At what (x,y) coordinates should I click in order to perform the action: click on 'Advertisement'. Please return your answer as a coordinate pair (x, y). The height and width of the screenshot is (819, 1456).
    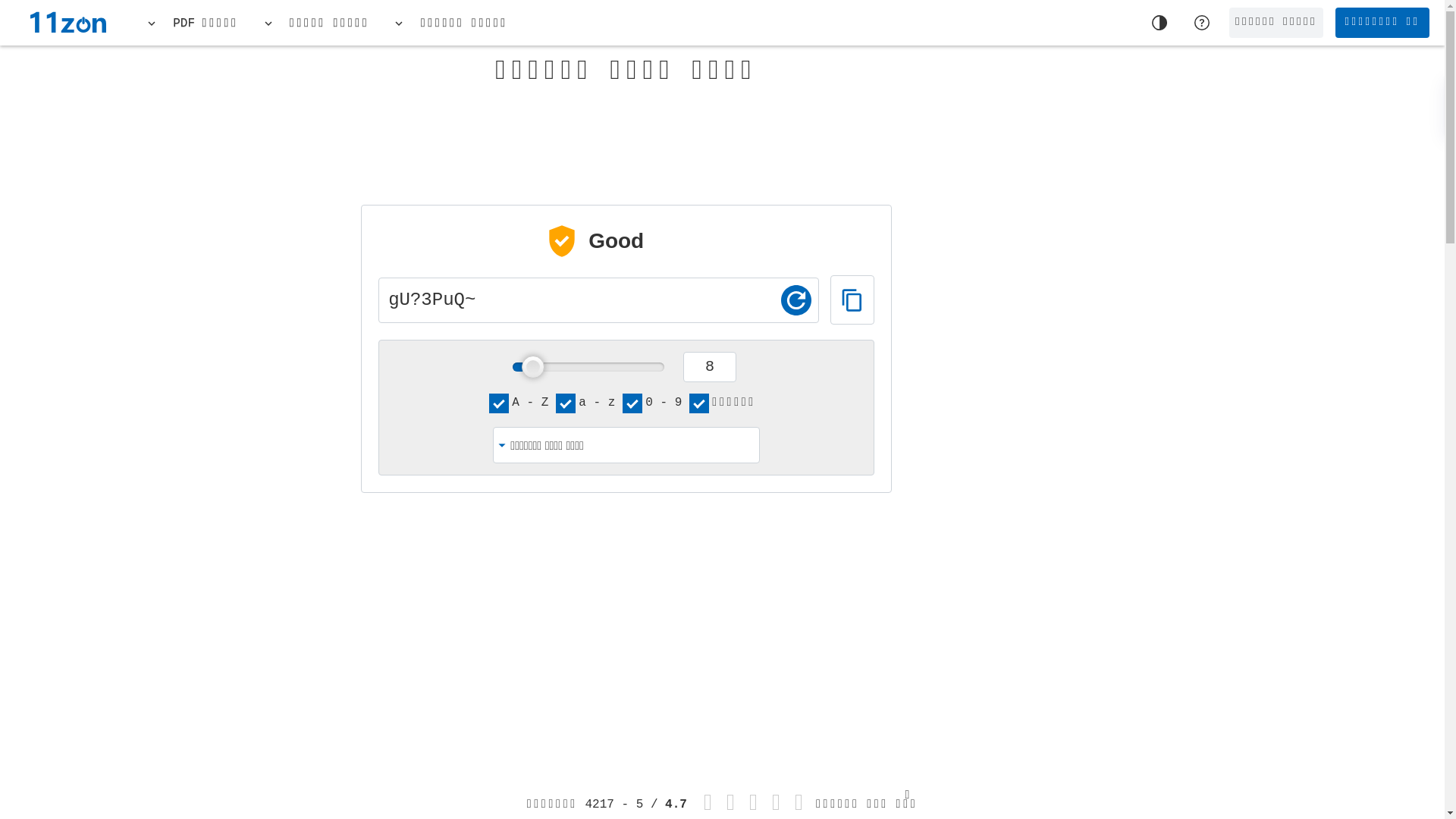
    Looking at the image, I should click on (626, 133).